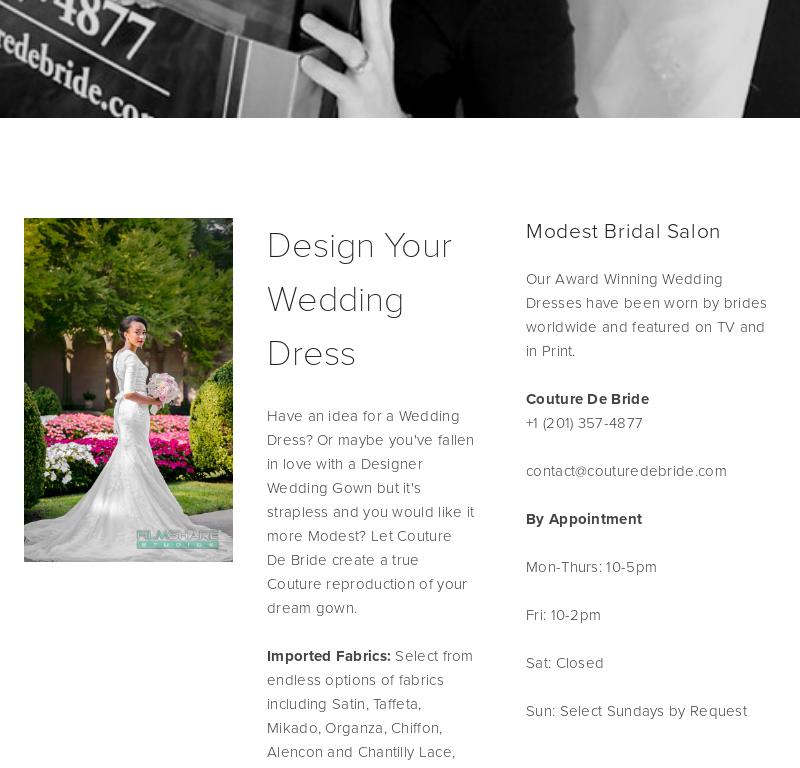  Describe the element at coordinates (645, 314) in the screenshot. I see `'Our Award Winning Wedding Dresses have been worn by brides worldwide and featured on TV and in Print.'` at that location.